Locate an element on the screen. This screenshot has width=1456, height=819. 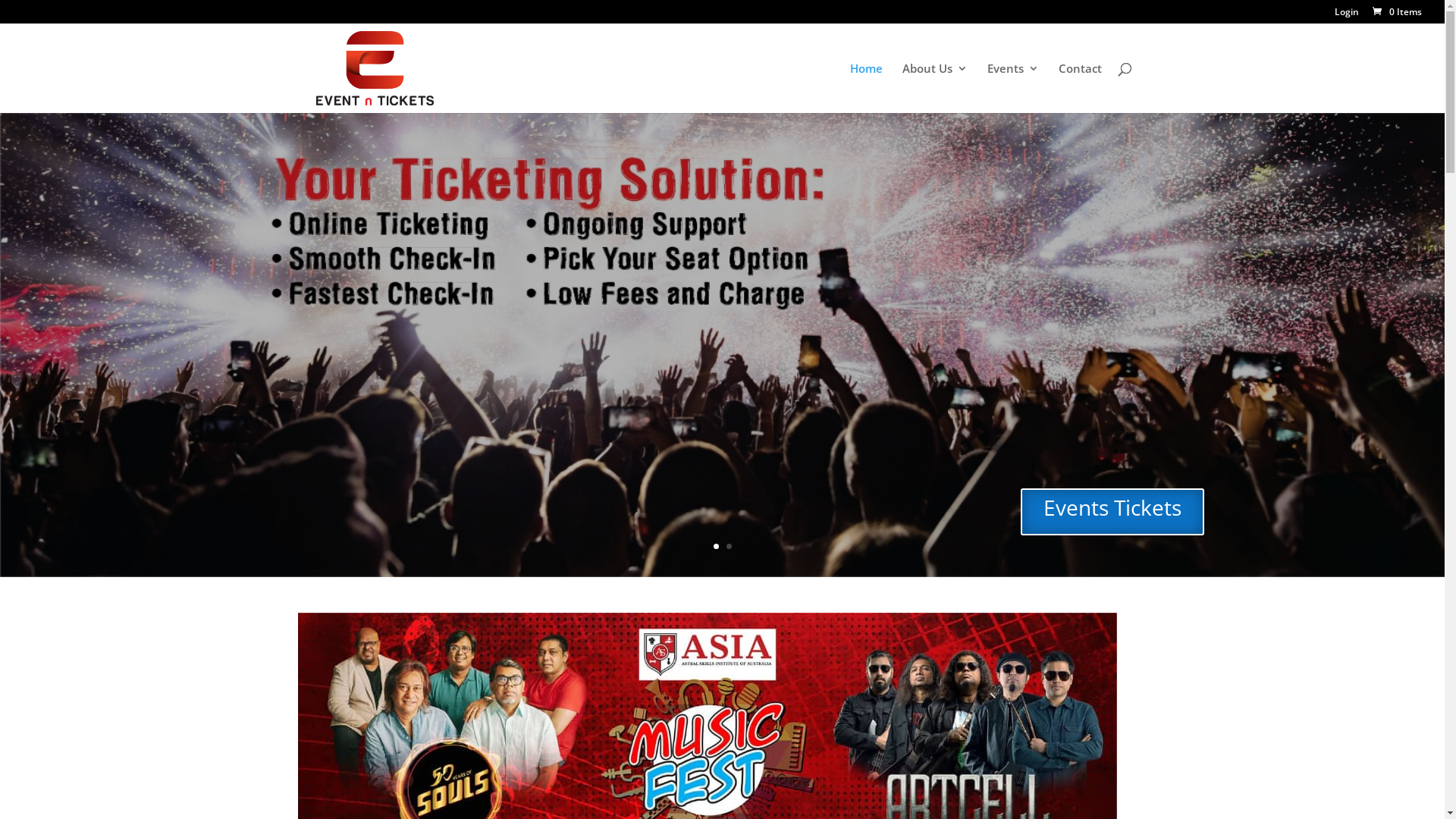
'0 Items' is located at coordinates (1370, 11).